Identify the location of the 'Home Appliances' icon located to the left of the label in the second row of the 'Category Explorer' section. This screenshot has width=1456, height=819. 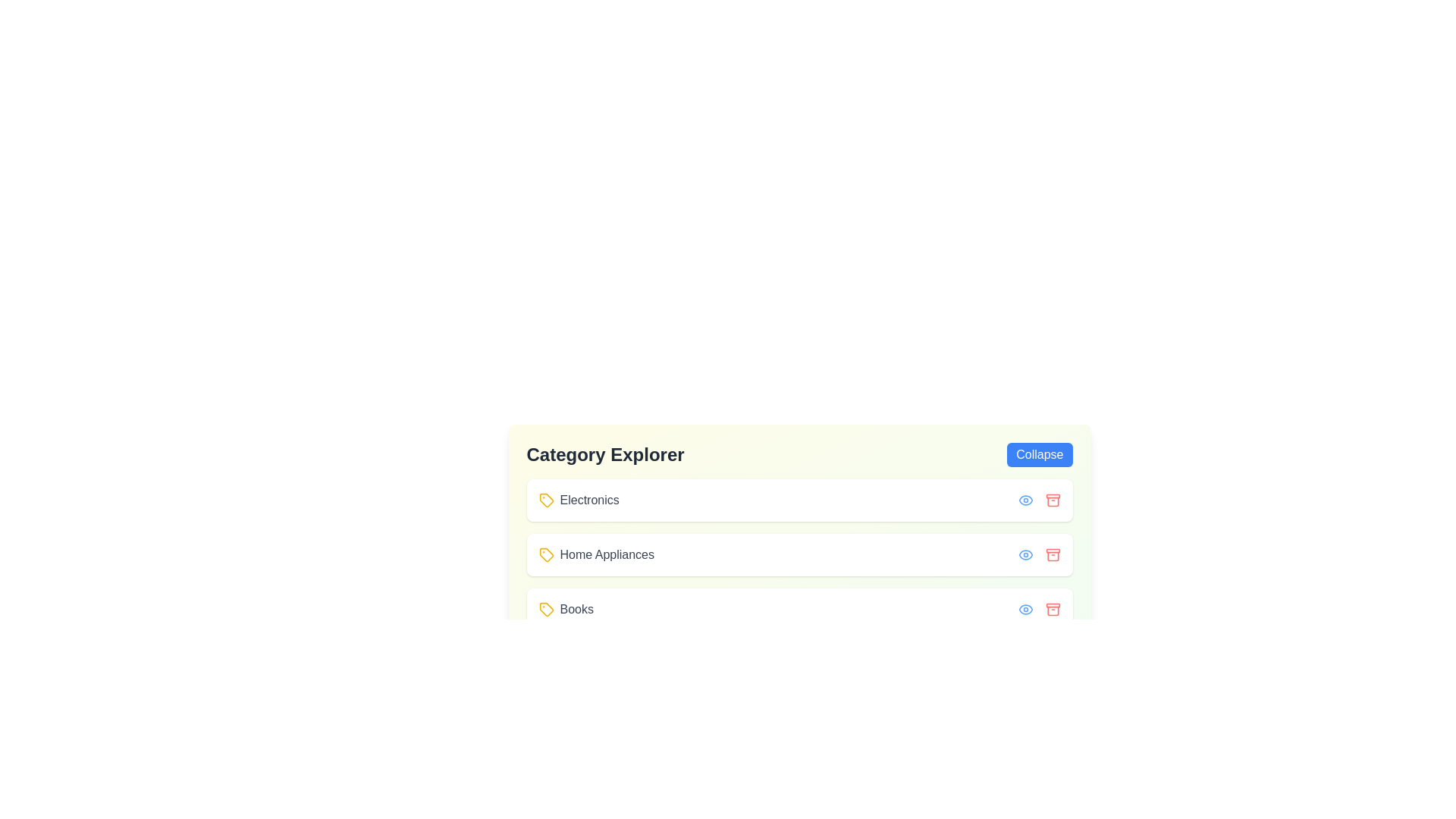
(546, 555).